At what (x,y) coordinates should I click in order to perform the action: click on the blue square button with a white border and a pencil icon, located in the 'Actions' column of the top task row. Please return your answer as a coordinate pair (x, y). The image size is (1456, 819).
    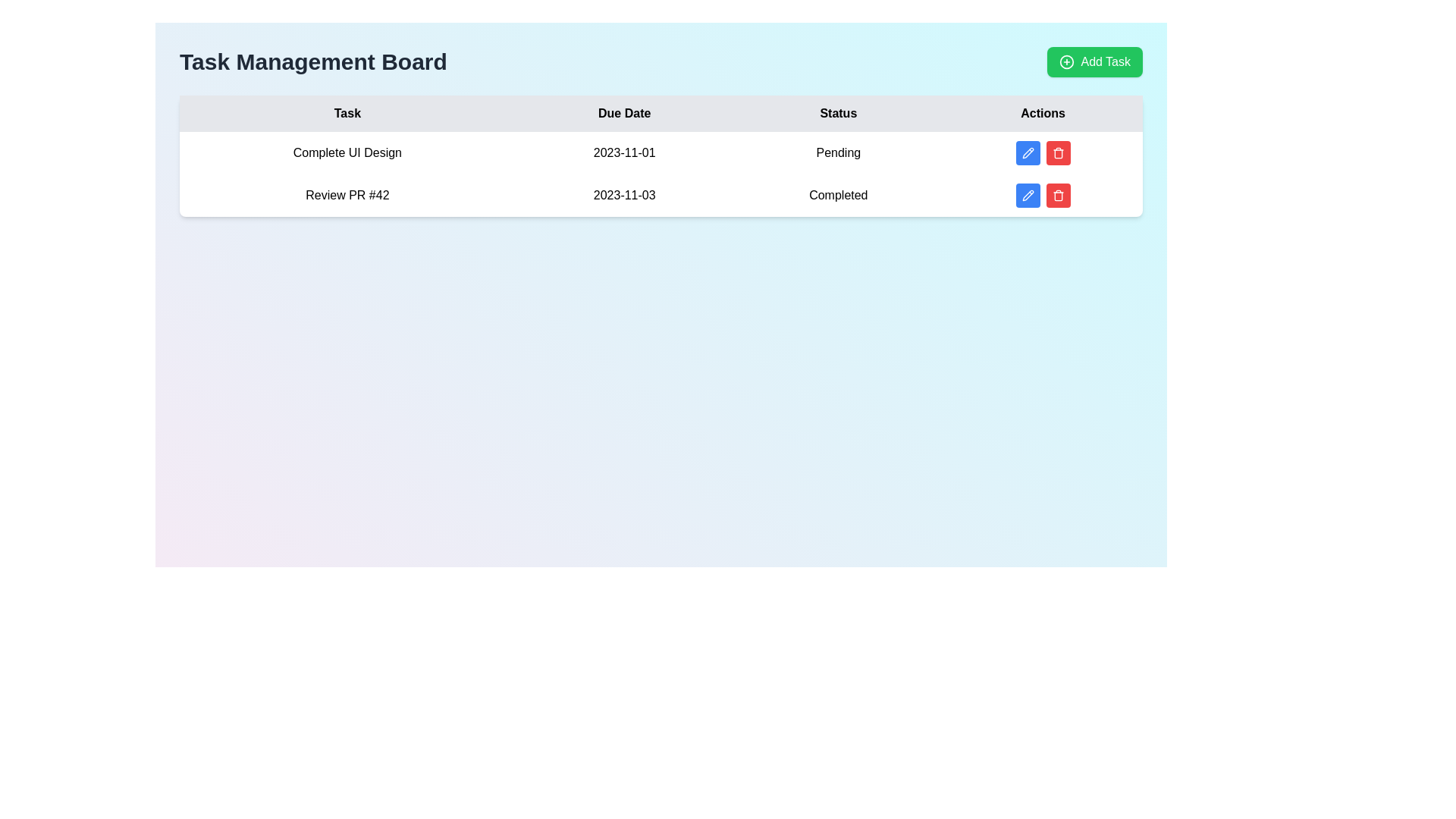
    Looking at the image, I should click on (1028, 152).